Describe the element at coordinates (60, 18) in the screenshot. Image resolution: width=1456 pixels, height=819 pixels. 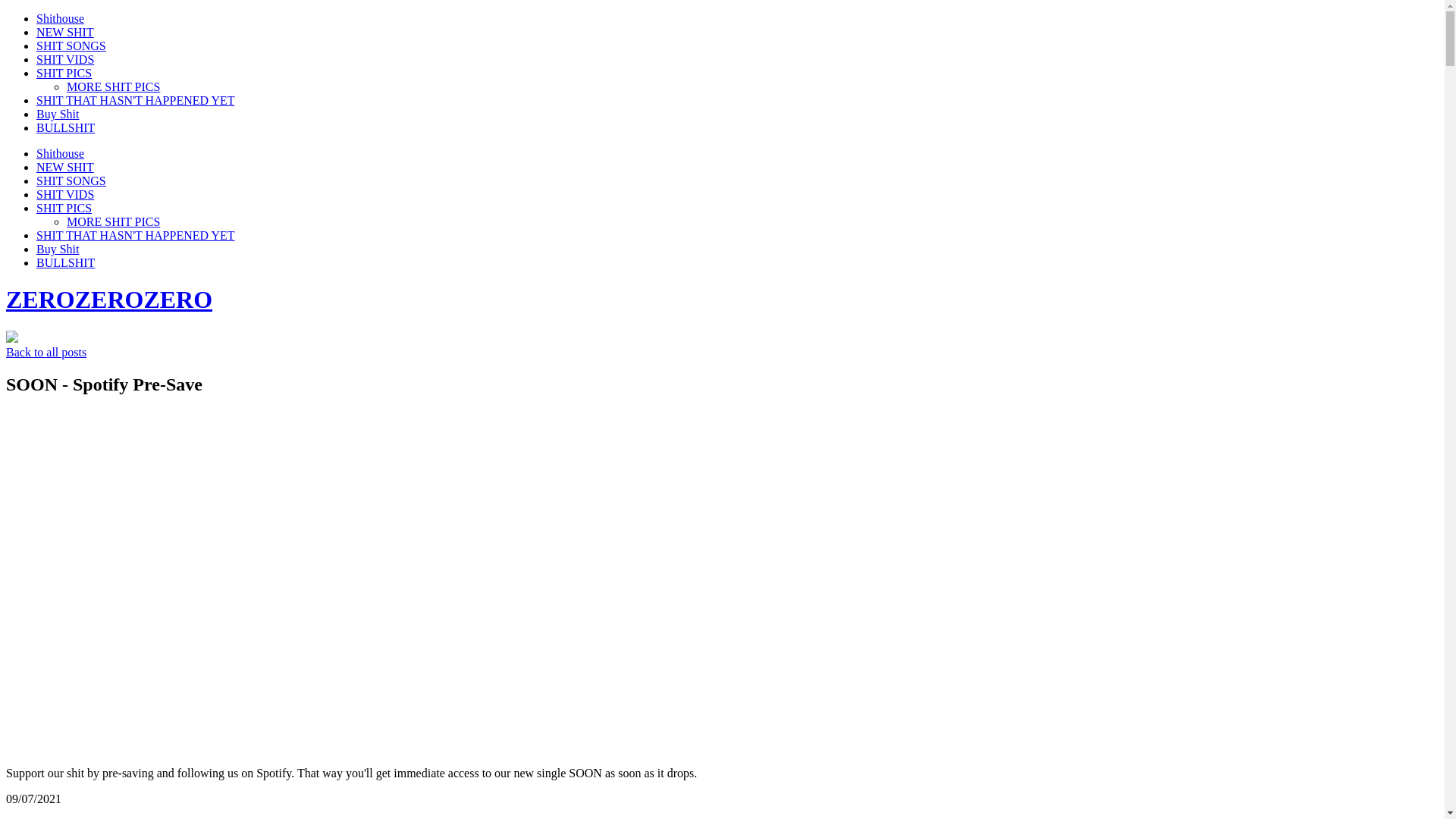
I see `'Shithouse'` at that location.